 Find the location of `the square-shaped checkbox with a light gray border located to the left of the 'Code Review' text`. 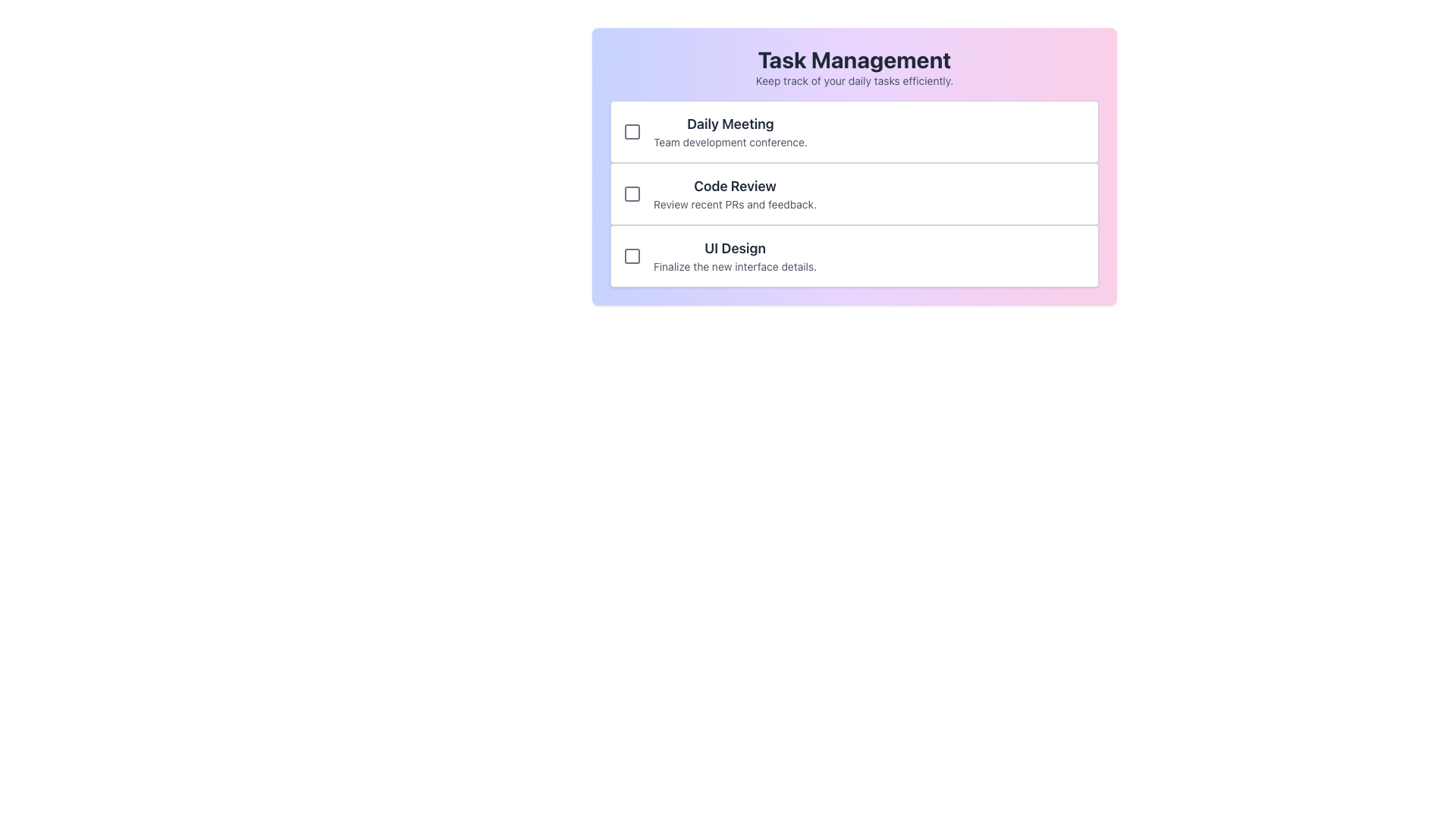

the square-shaped checkbox with a light gray border located to the left of the 'Code Review' text is located at coordinates (632, 193).